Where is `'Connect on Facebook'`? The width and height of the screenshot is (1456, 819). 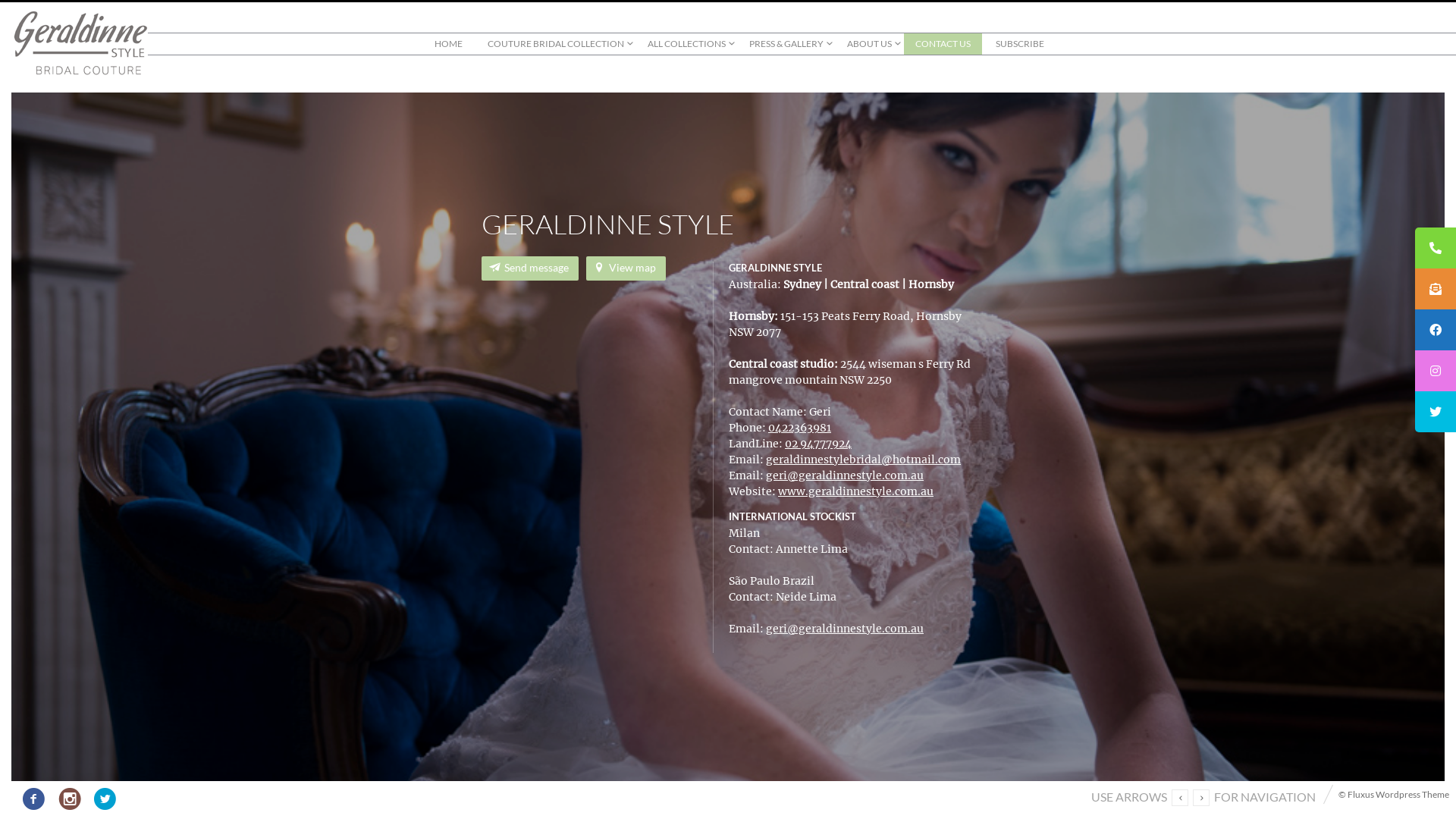 'Connect on Facebook' is located at coordinates (33, 795).